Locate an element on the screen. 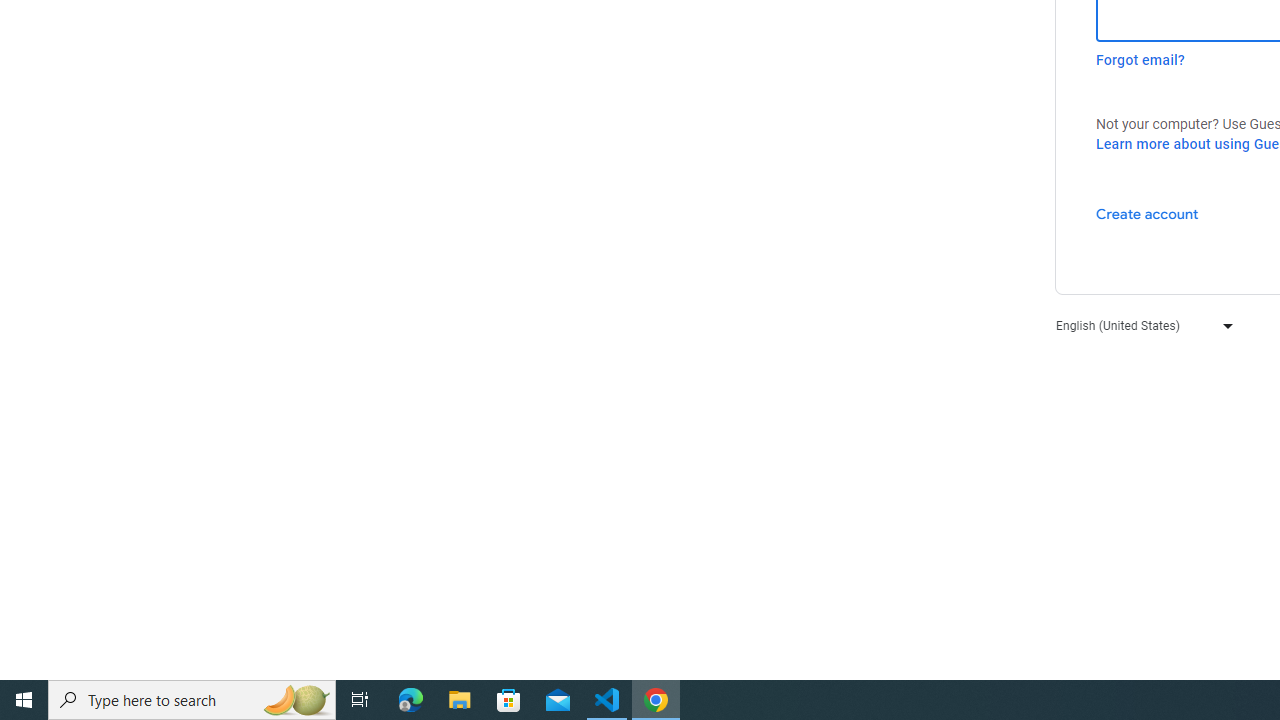 The image size is (1280, 720). 'Create account' is located at coordinates (1146, 213).